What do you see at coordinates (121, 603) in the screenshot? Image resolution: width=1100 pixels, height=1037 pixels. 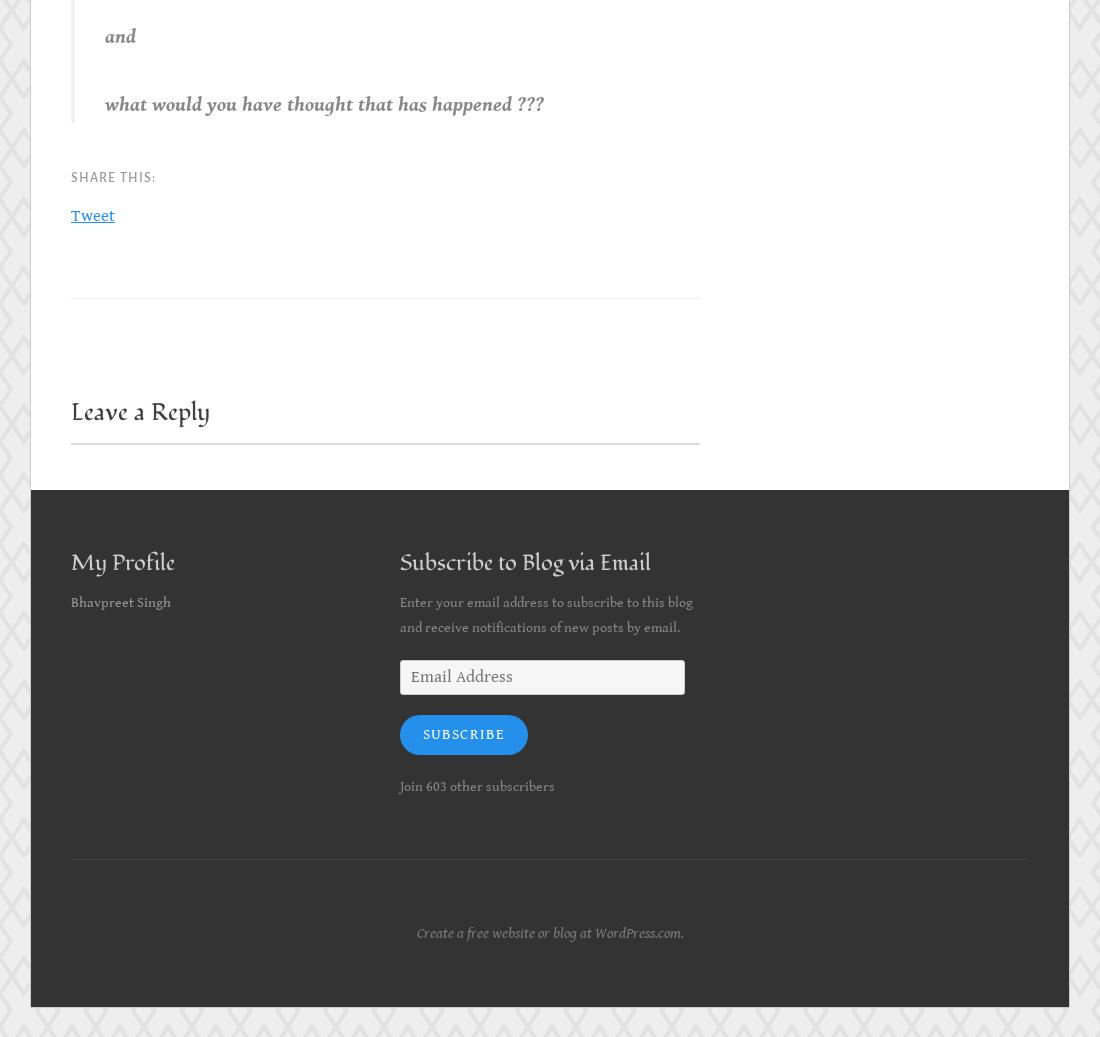 I see `'Bhavpreet Singh'` at bounding box center [121, 603].